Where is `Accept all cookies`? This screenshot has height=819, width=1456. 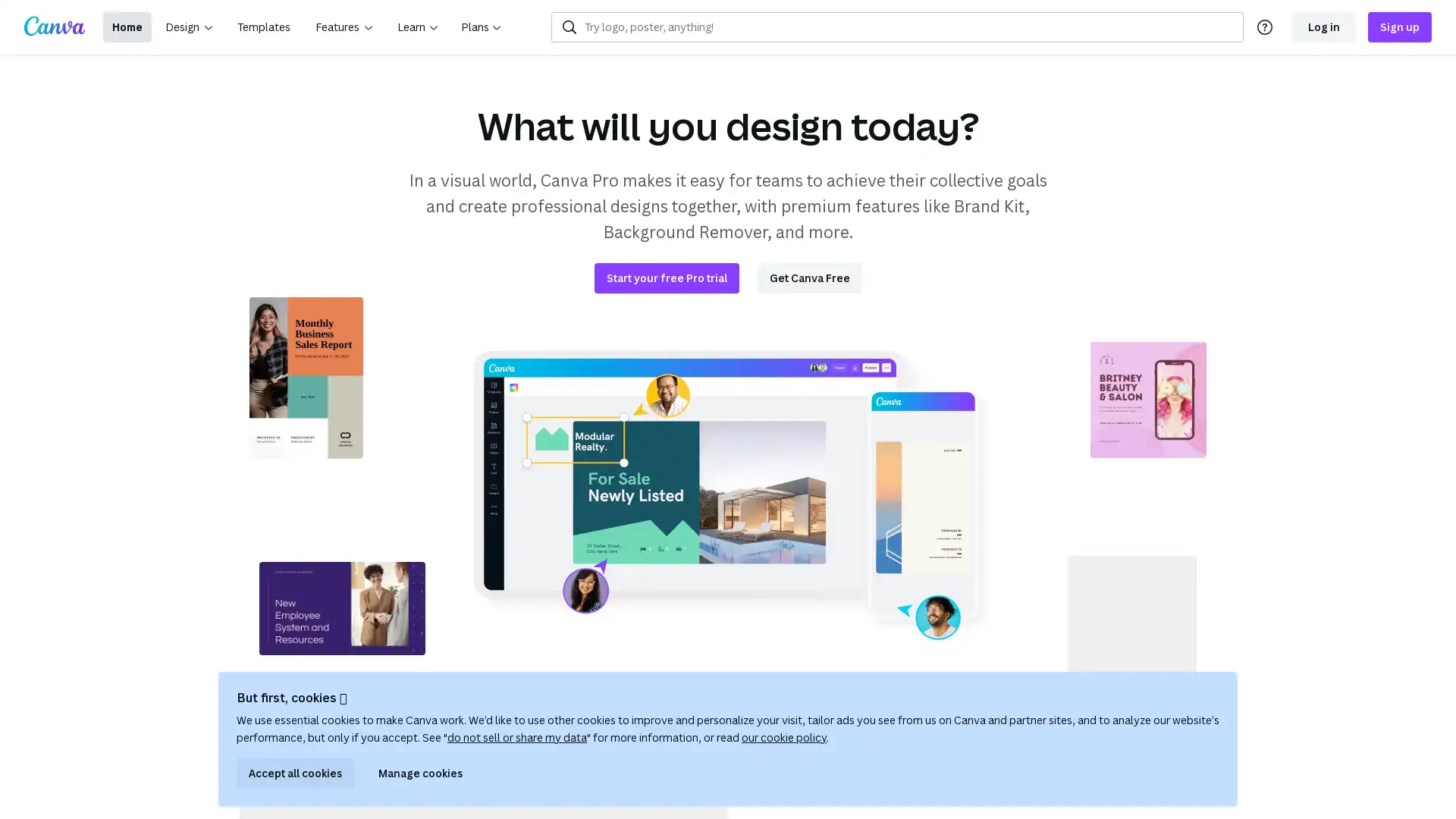 Accept all cookies is located at coordinates (295, 773).